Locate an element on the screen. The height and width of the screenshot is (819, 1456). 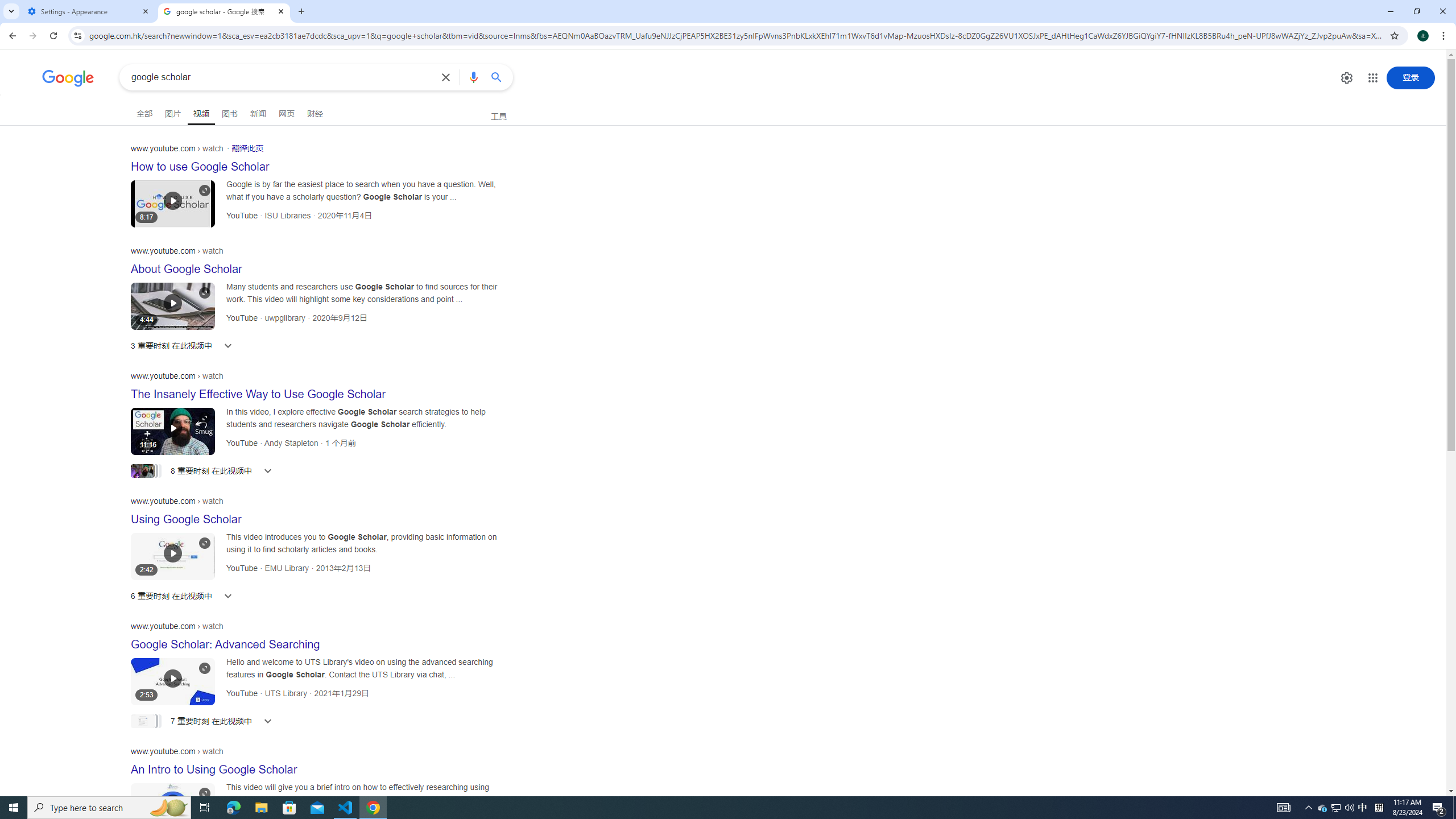
'Settings - Appearance' is located at coordinates (88, 11).